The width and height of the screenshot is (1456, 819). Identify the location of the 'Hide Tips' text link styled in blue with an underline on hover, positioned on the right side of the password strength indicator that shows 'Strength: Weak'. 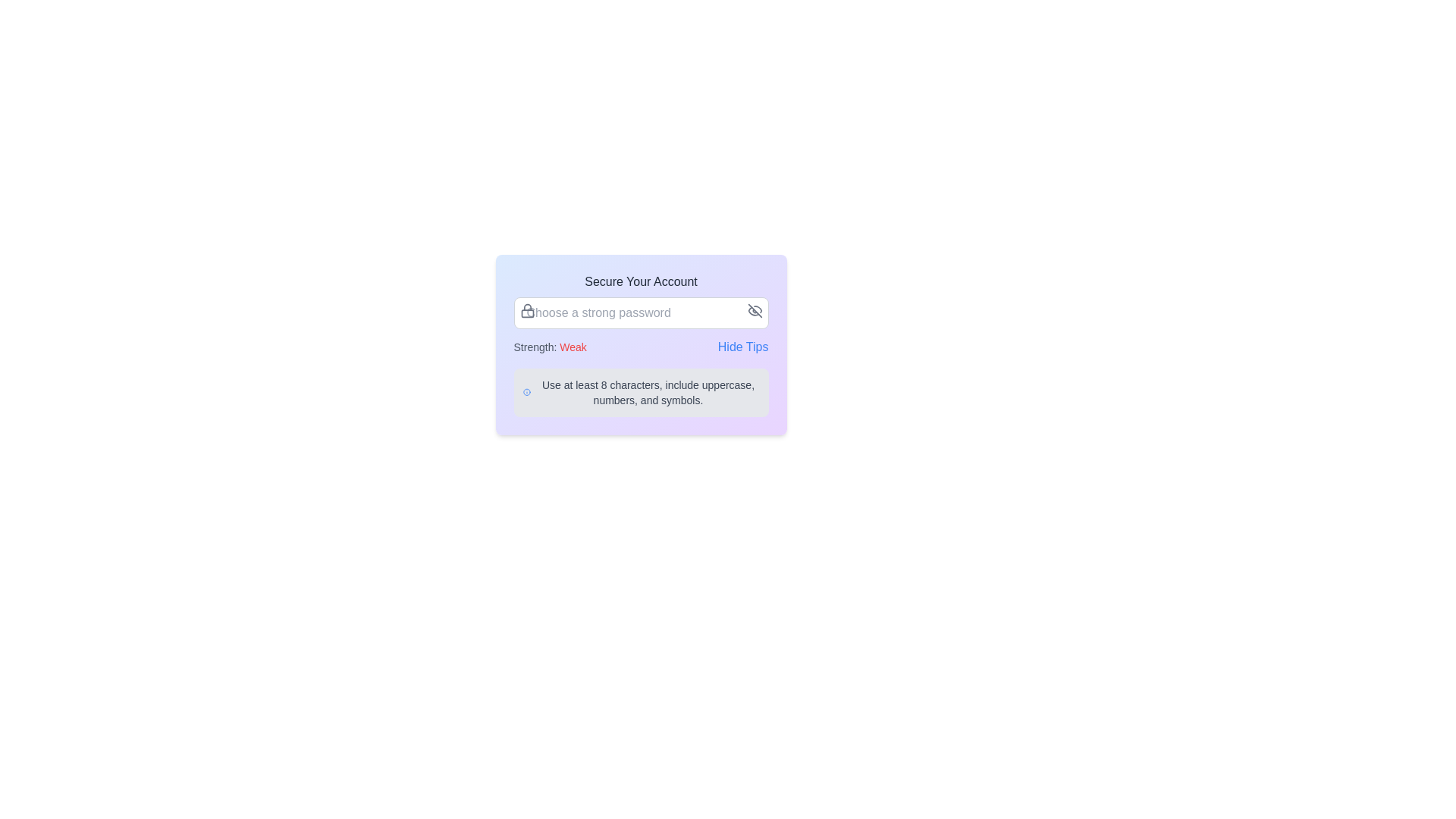
(743, 347).